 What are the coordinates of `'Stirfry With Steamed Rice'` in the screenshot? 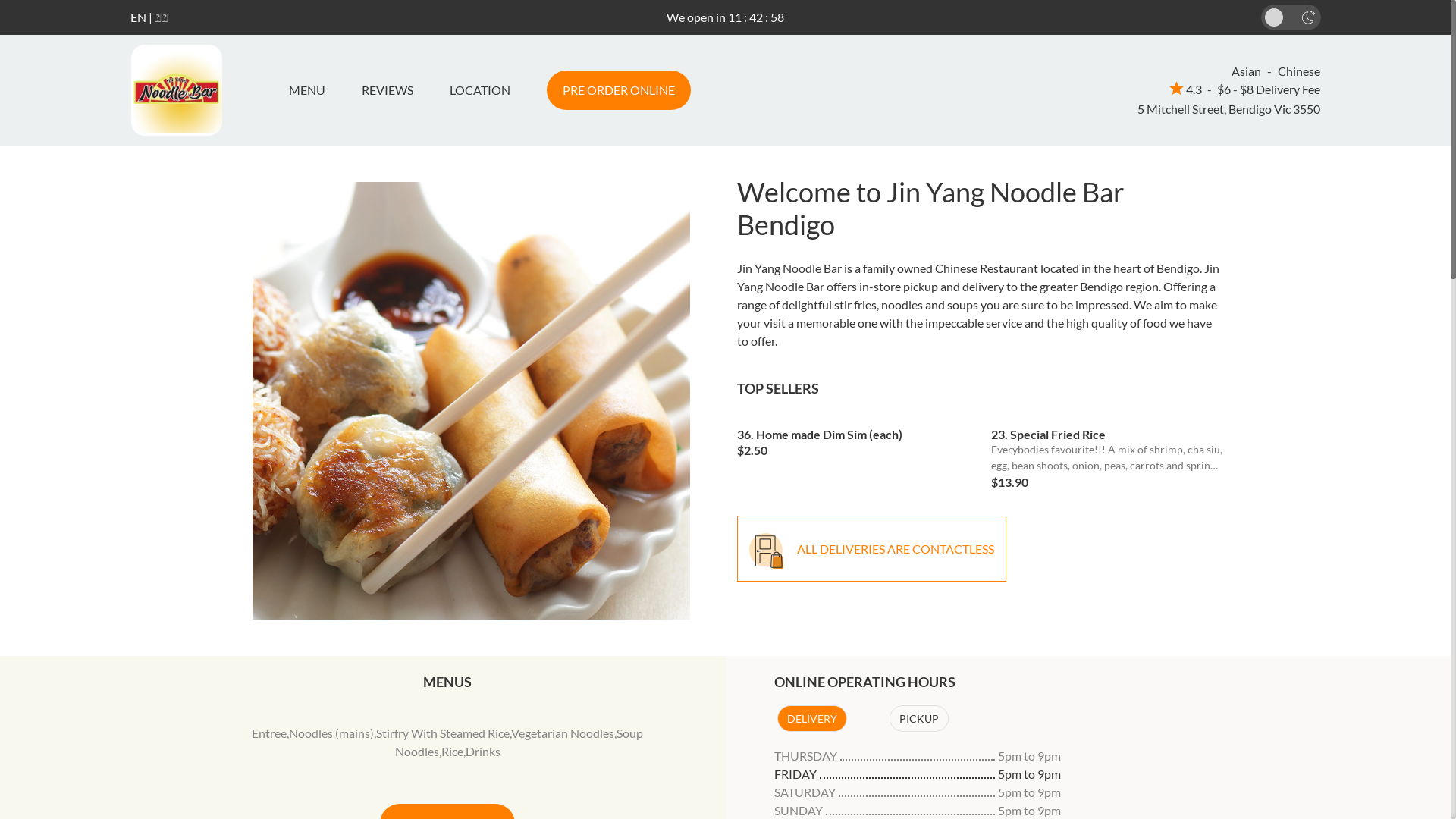 It's located at (442, 732).